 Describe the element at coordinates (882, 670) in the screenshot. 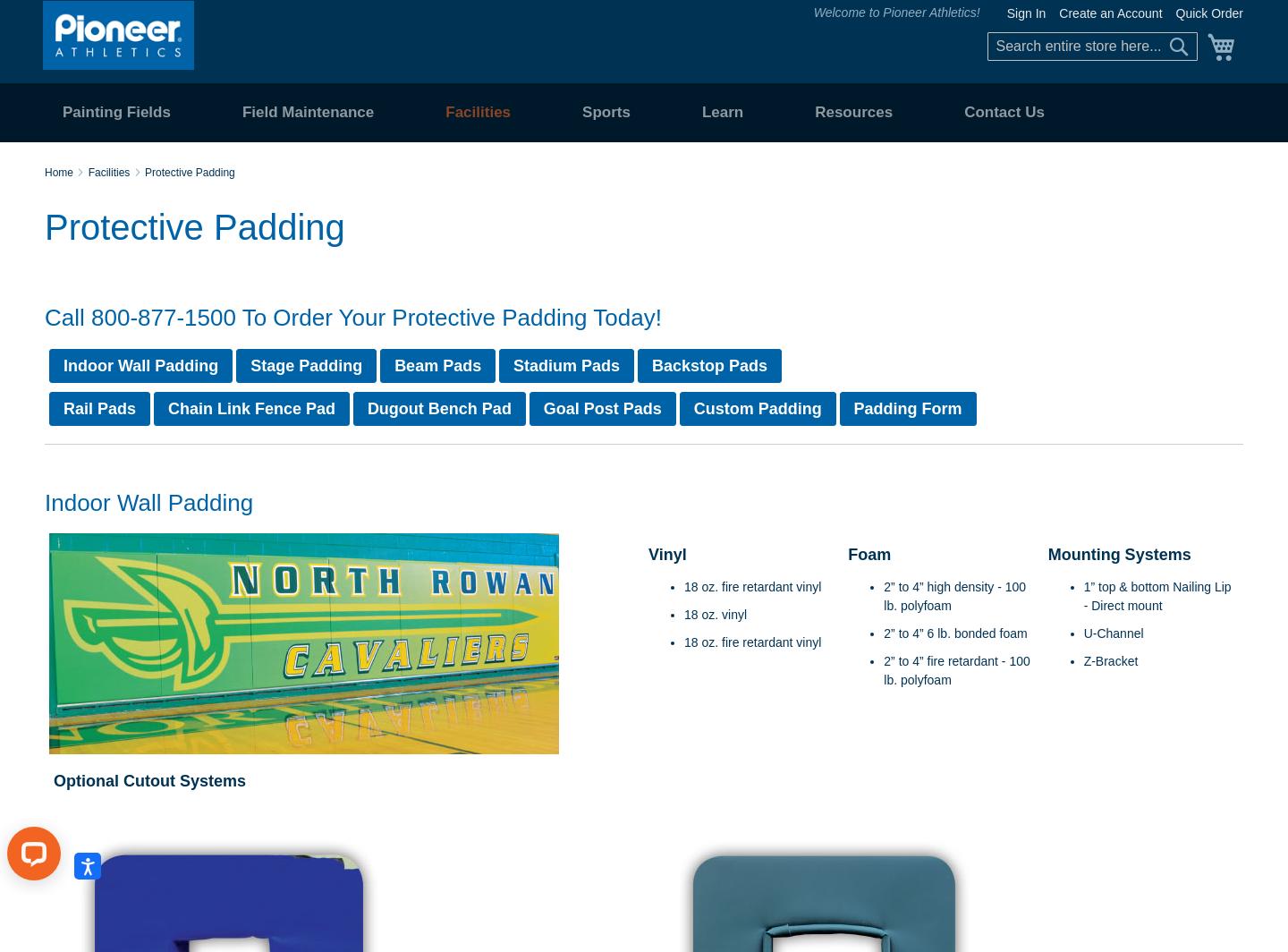

I see `'2” to 4” fire retardant - 100 lb. polyfoam'` at that location.